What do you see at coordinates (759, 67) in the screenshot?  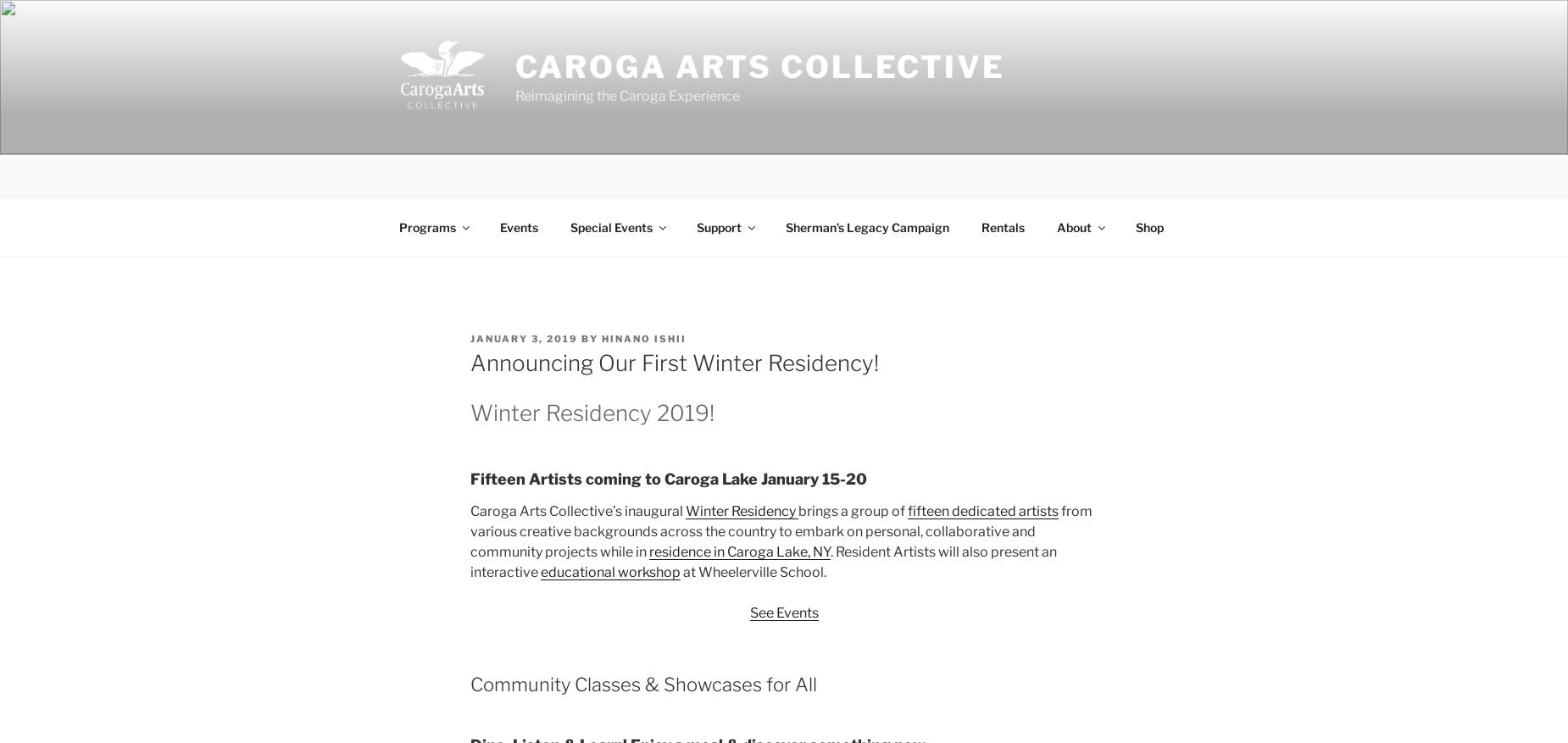 I see `'Caroga Arts Collective'` at bounding box center [759, 67].